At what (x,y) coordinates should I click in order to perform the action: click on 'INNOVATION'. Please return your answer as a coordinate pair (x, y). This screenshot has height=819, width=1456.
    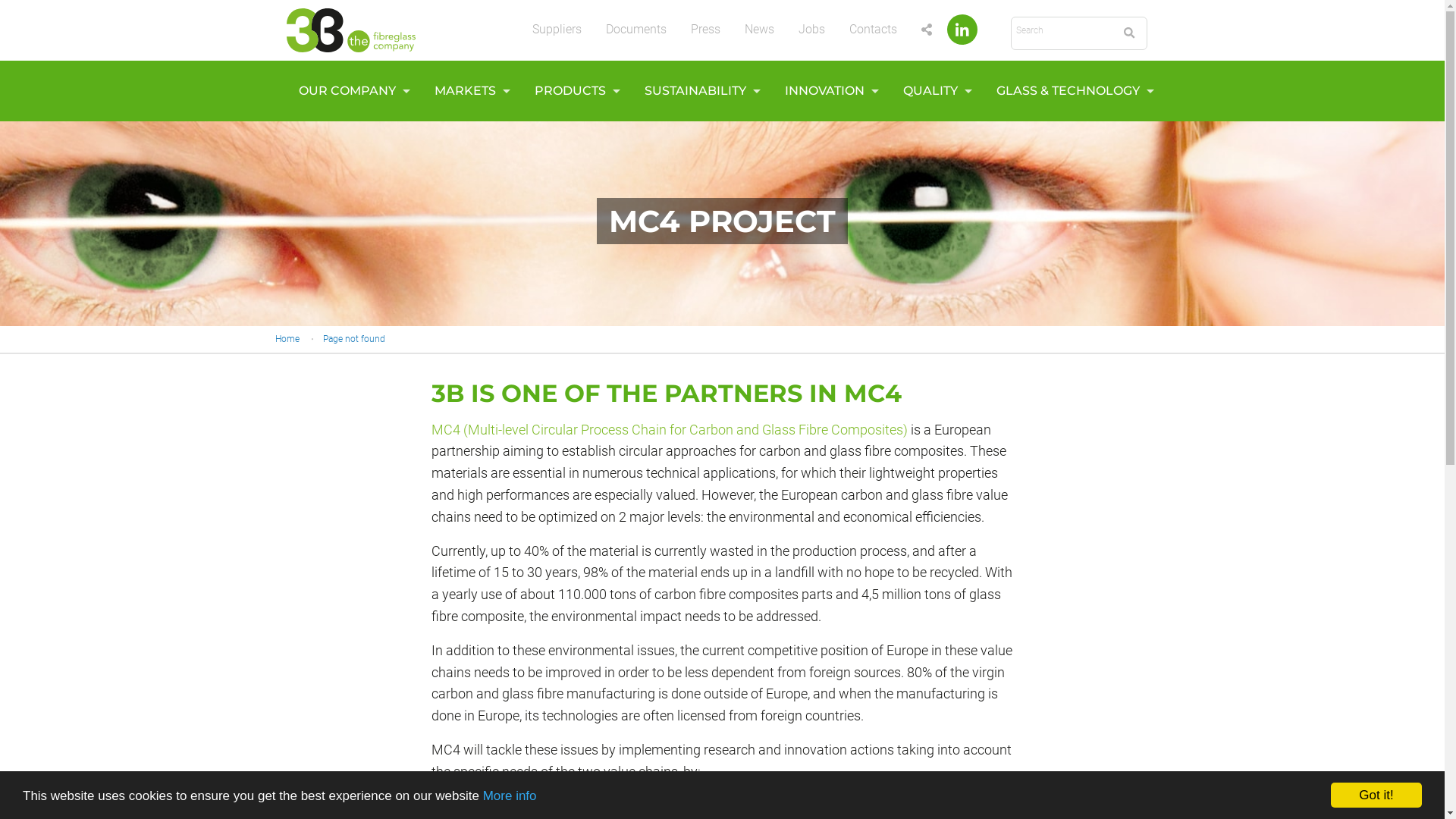
    Looking at the image, I should click on (827, 90).